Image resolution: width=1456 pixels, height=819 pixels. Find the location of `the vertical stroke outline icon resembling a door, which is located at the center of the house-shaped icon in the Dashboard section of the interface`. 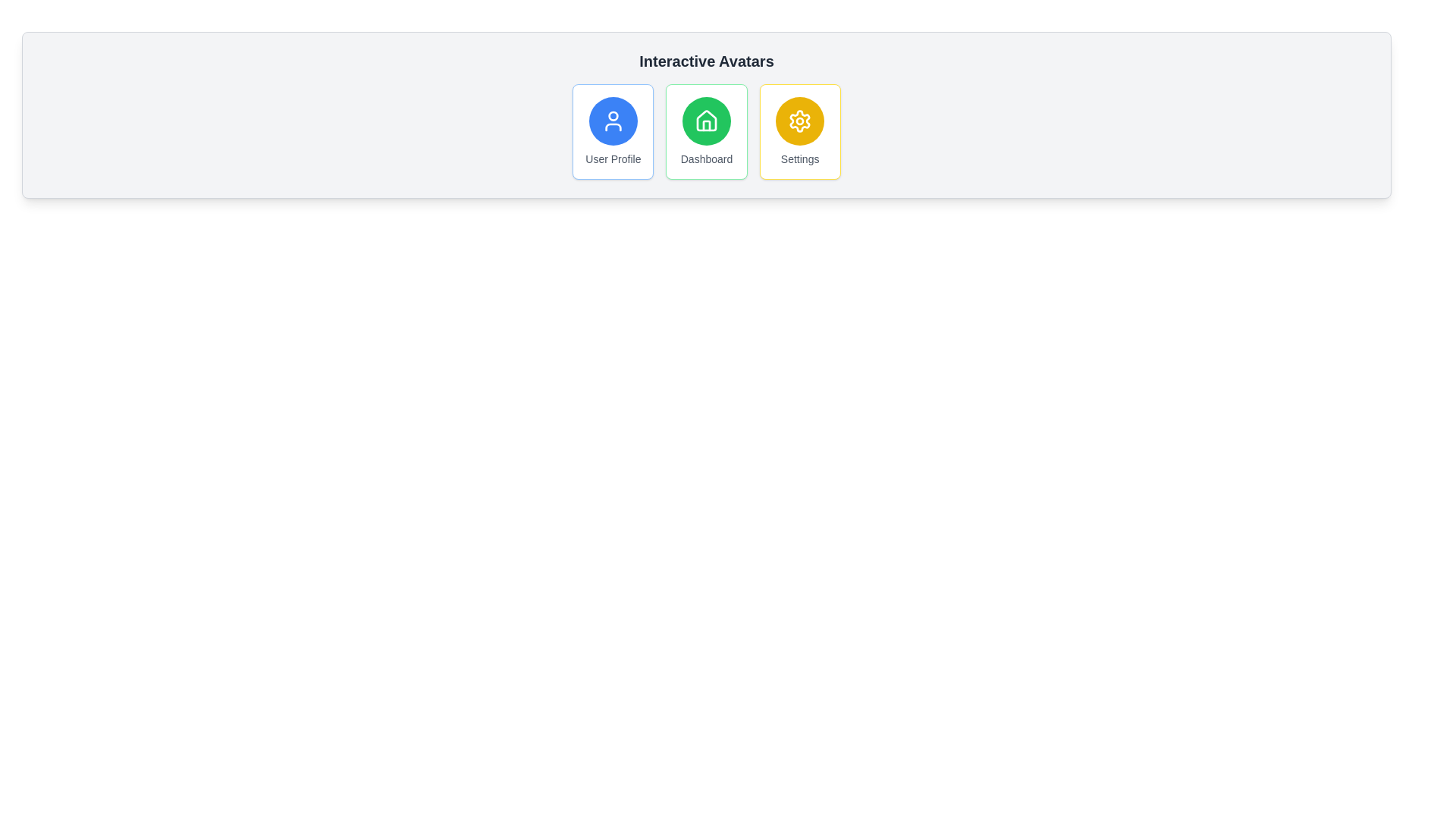

the vertical stroke outline icon resembling a door, which is located at the center of the house-shaped icon in the Dashboard section of the interface is located at coordinates (705, 124).